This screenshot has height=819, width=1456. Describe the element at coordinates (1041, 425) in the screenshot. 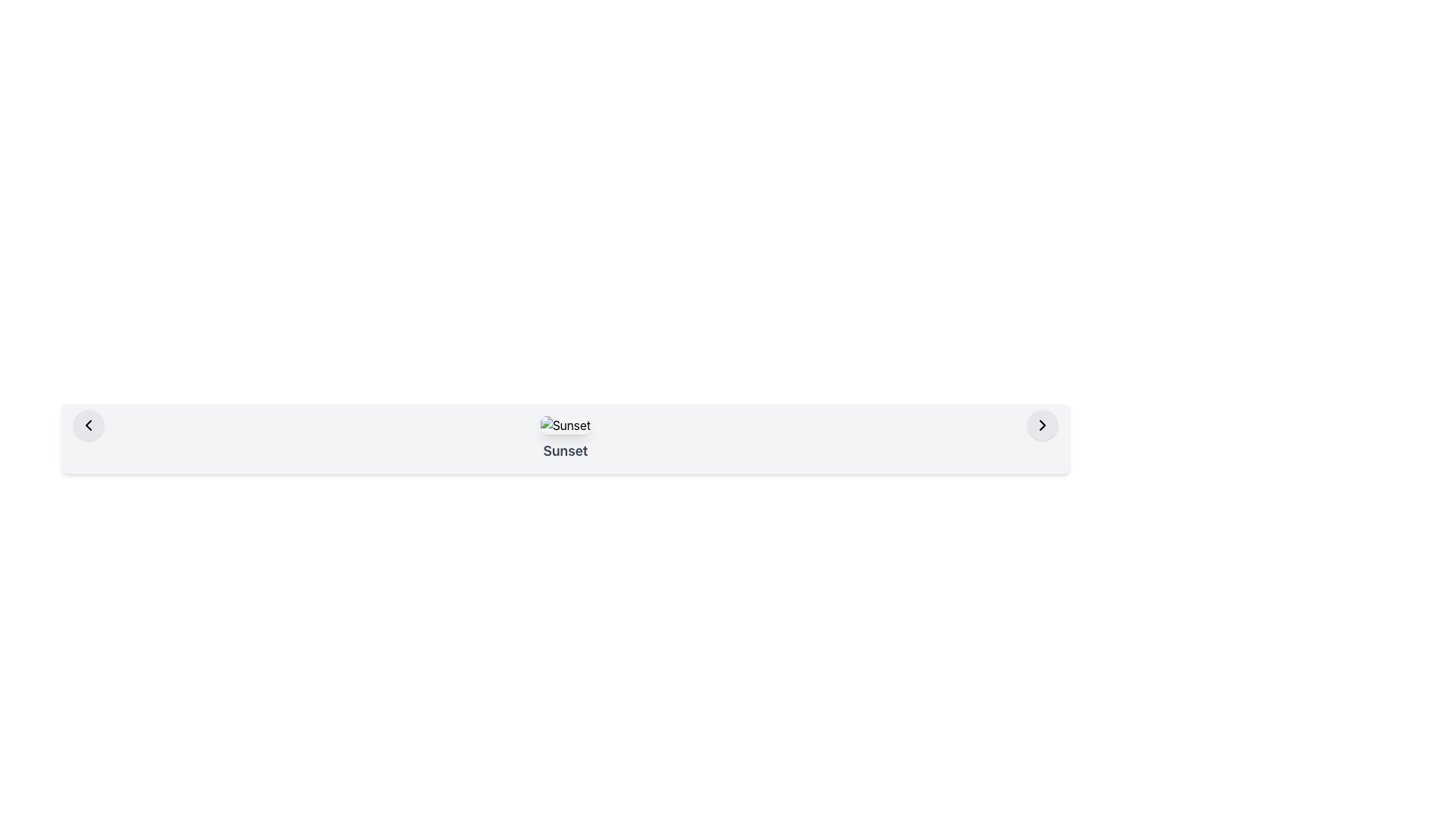

I see `the round button with a light gray background and a black right-facing chevron icon` at that location.